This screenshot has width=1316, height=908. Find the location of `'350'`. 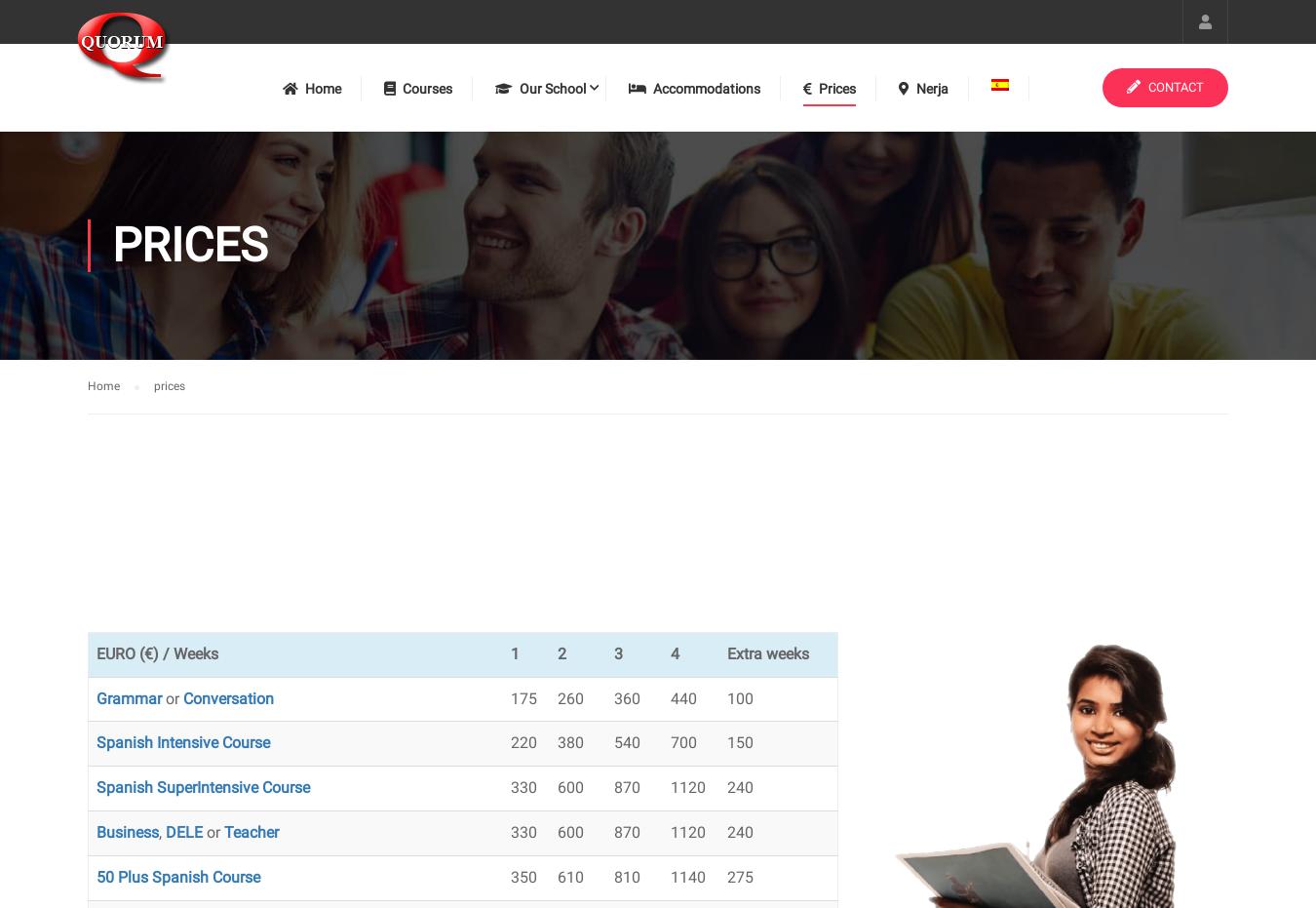

'350' is located at coordinates (508, 876).